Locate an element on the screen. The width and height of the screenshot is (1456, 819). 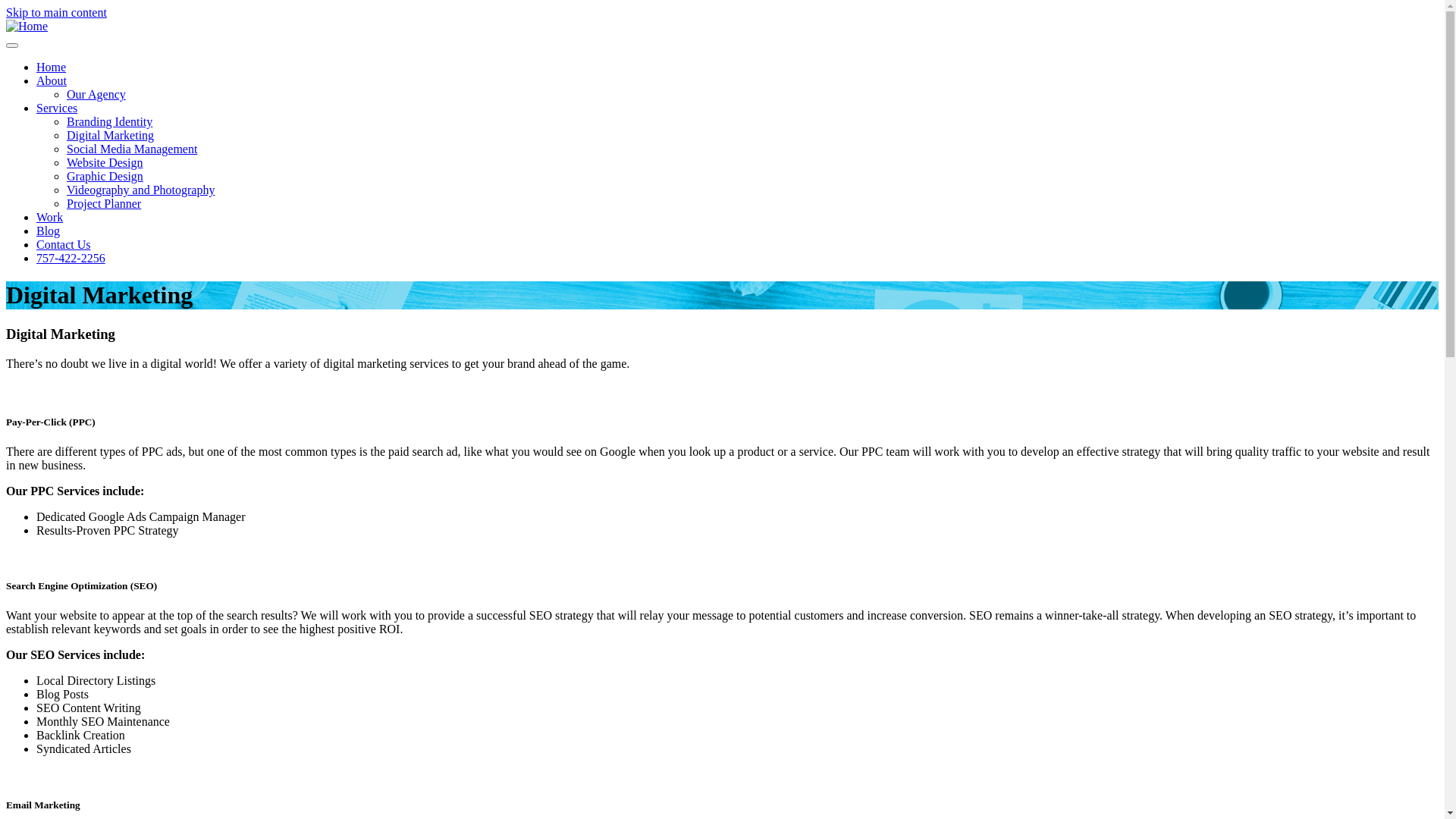
'Home' is located at coordinates (51, 66).